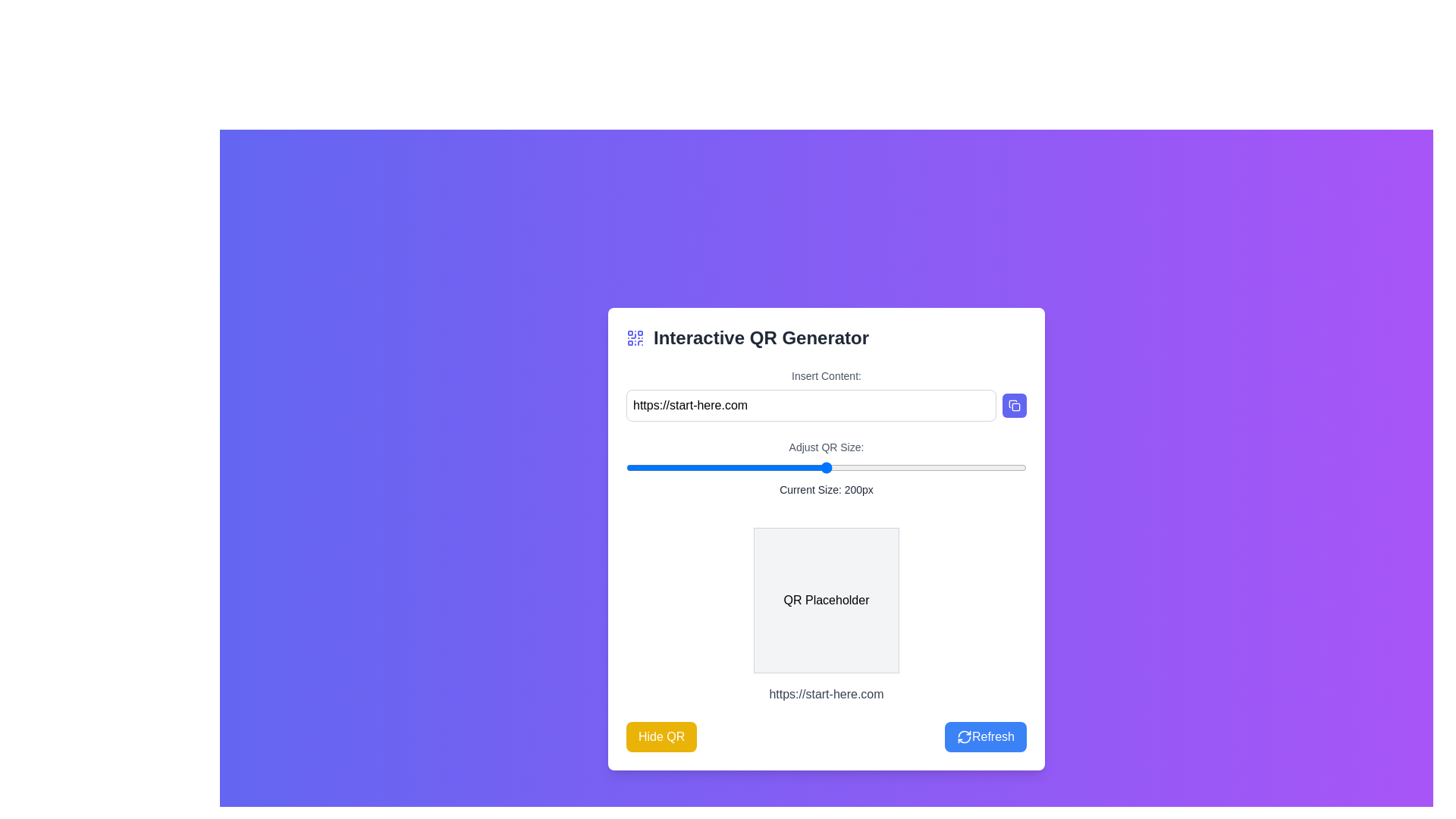  I want to click on the small rounded rectangle SVG icon that is part of the copy-like shape located to the right of the 'Insert Content' text input field, so click(1015, 406).